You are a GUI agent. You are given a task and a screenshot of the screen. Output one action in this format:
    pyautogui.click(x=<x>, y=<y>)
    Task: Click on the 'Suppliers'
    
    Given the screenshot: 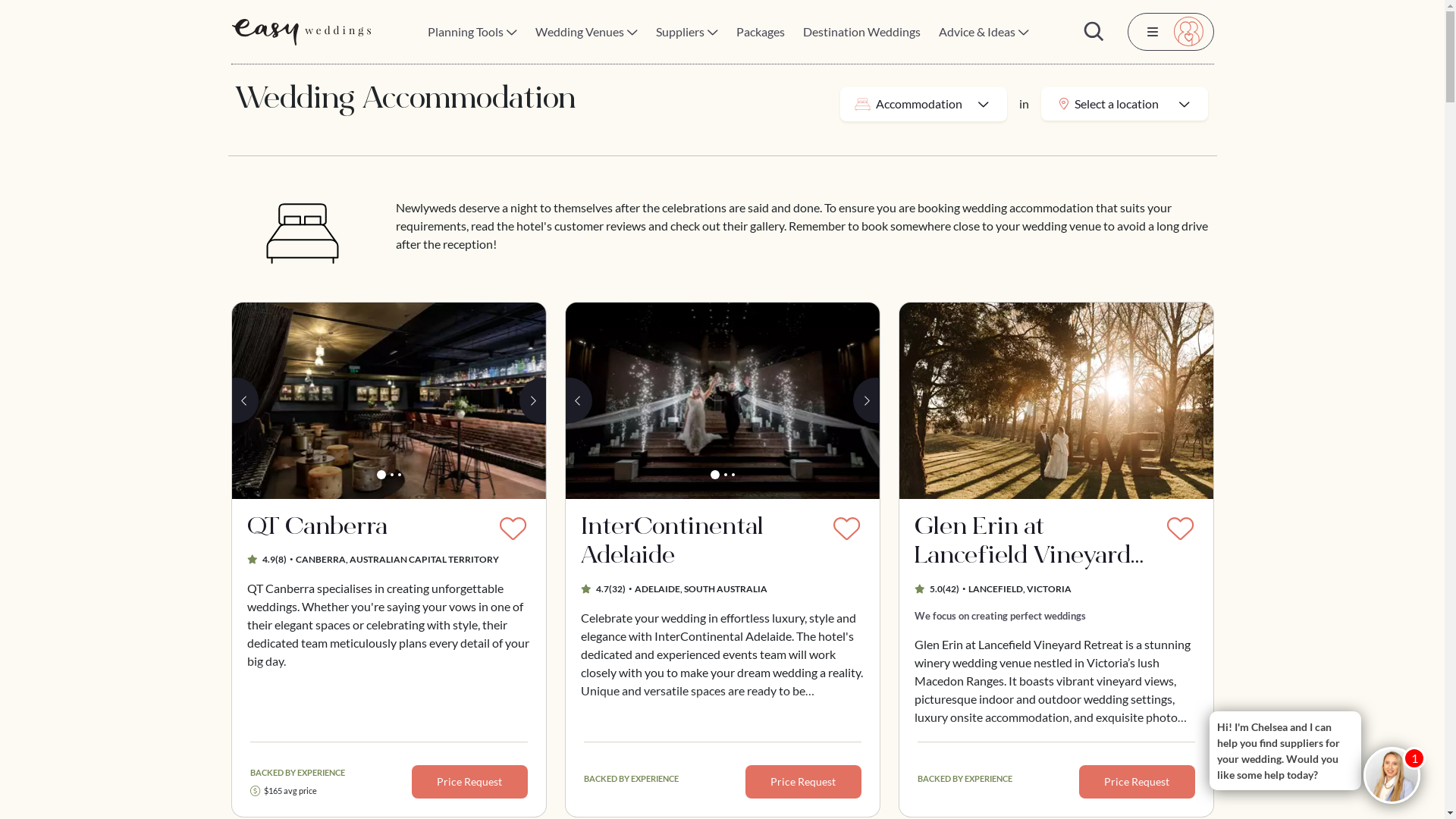 What is the action you would take?
    pyautogui.click(x=686, y=32)
    